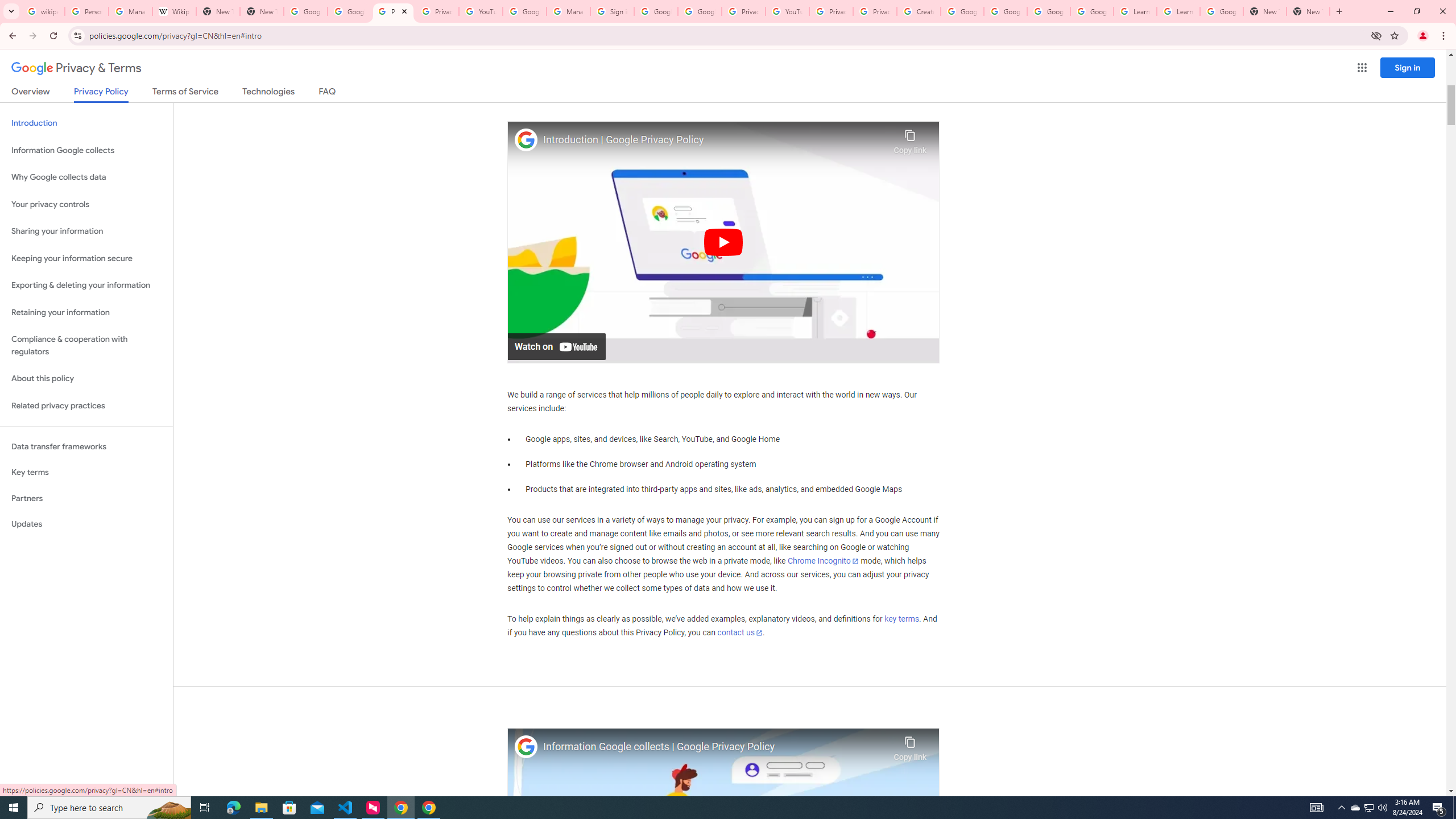 The image size is (1456, 819). Describe the element at coordinates (86, 150) in the screenshot. I see `'Information Google collects'` at that location.